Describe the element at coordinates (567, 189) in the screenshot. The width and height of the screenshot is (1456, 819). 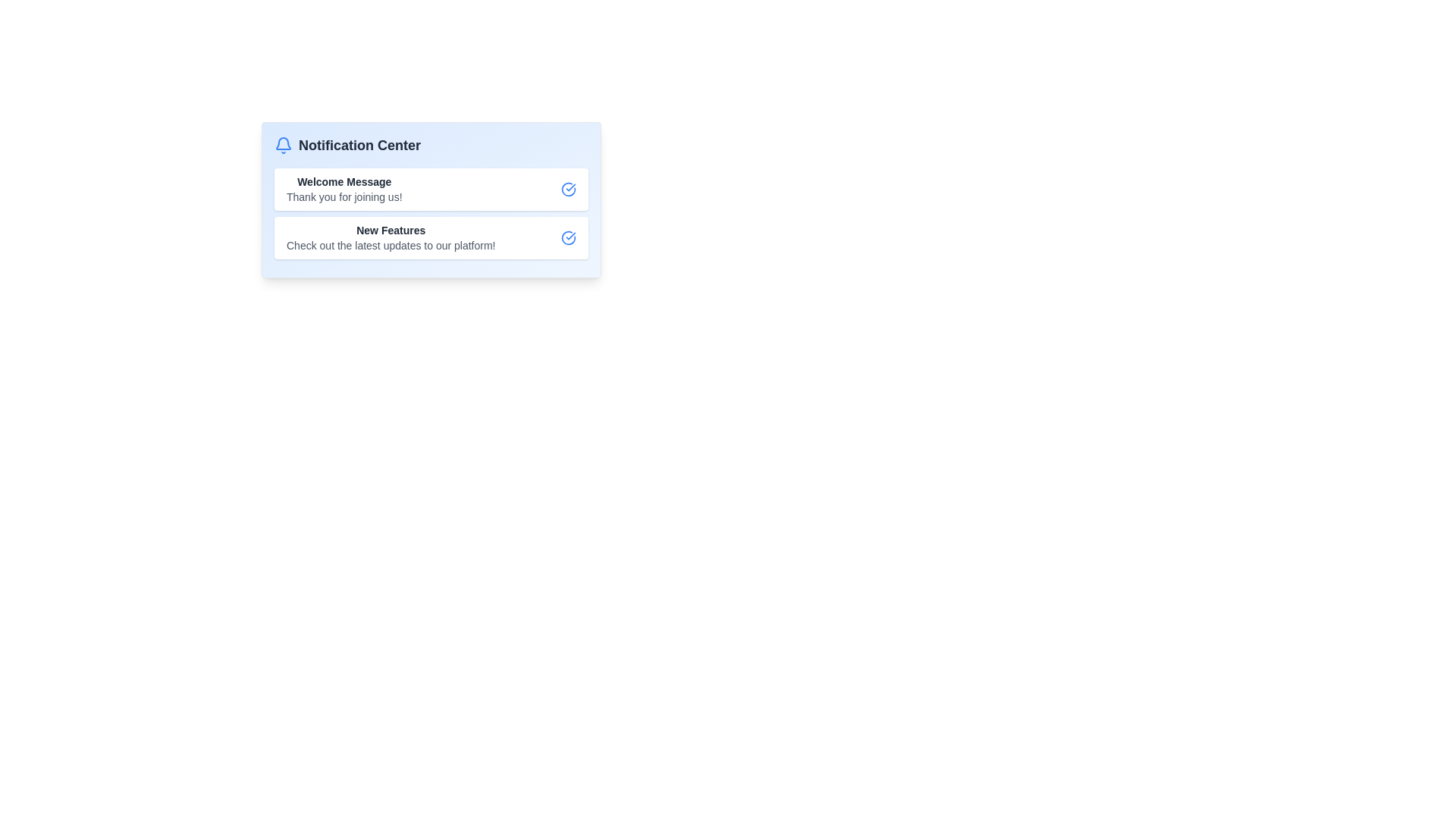
I see `the icon button located in the top-right corner of the 'Welcome Message' notification box` at that location.